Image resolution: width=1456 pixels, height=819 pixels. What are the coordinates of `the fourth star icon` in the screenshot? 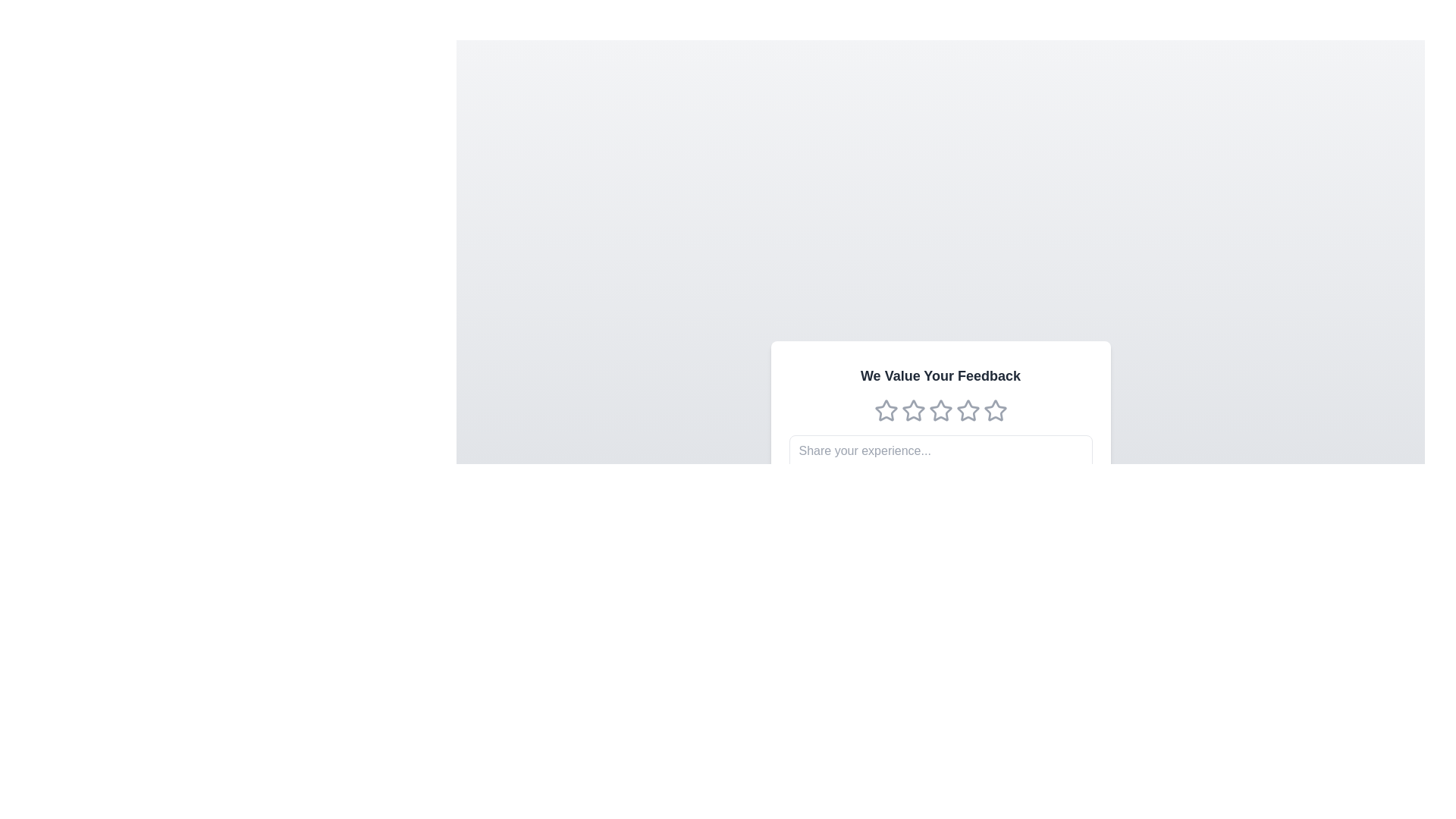 It's located at (967, 411).